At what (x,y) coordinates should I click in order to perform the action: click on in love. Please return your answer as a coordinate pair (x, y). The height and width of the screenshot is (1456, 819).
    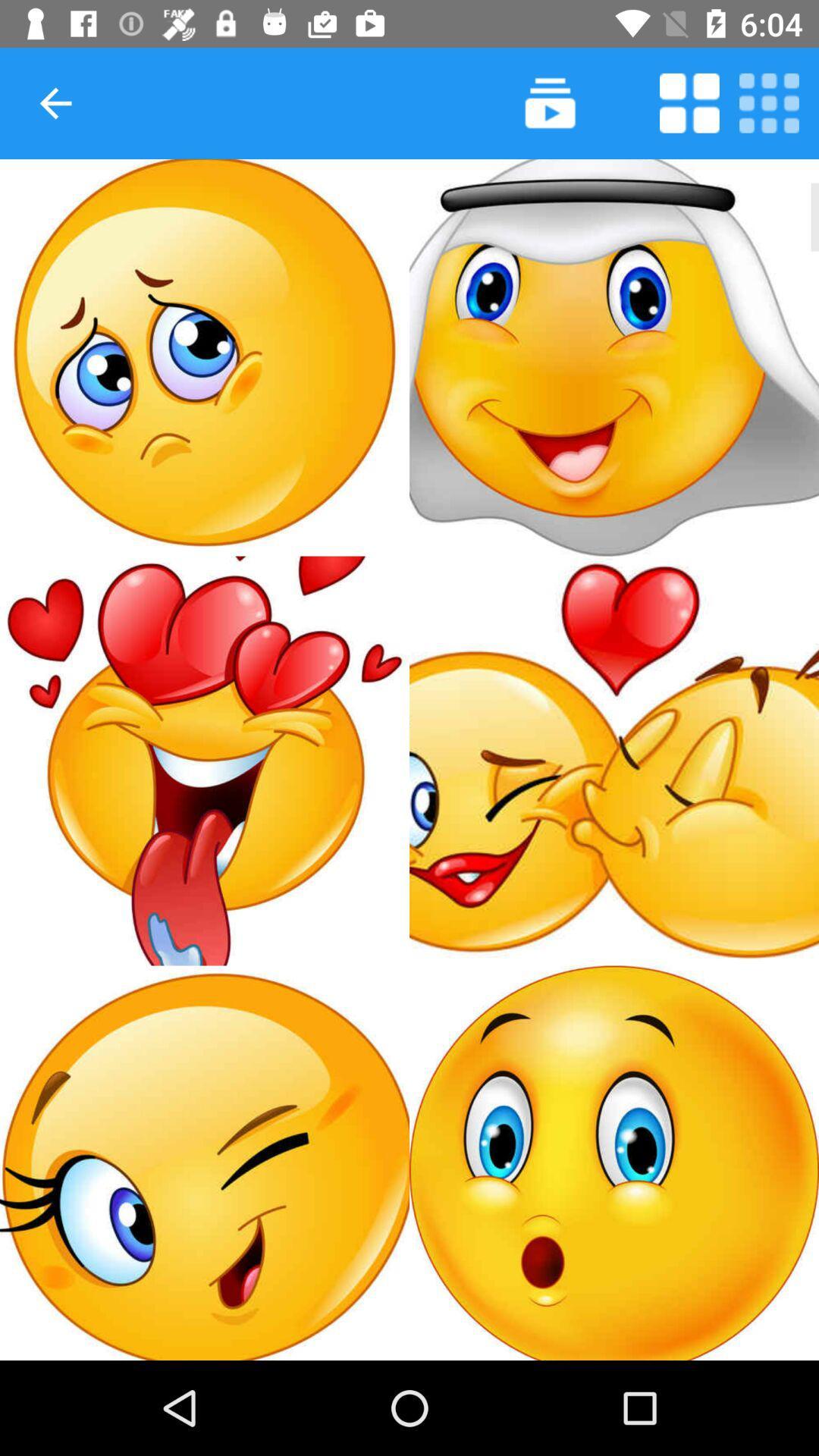
    Looking at the image, I should click on (205, 761).